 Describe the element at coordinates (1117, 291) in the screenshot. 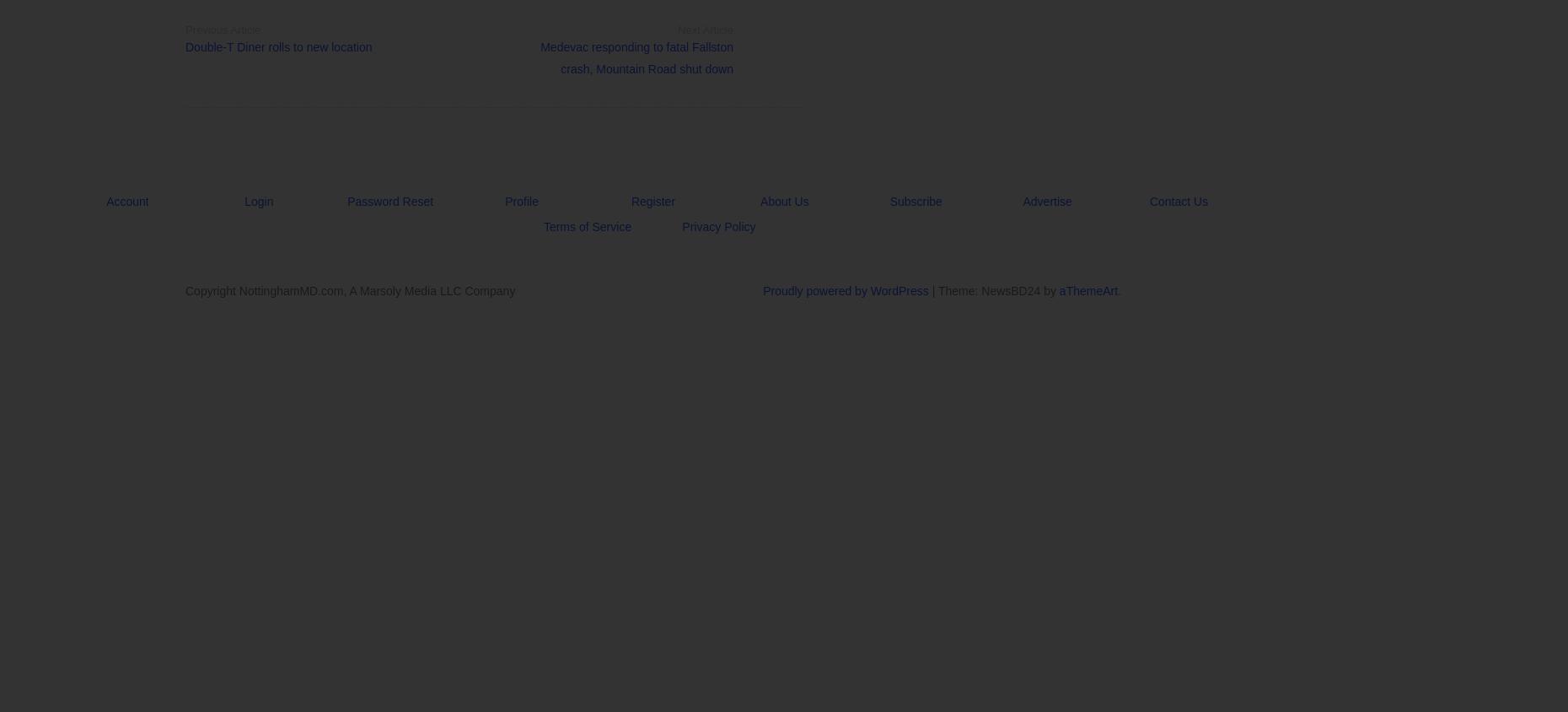

I see `'.'` at that location.